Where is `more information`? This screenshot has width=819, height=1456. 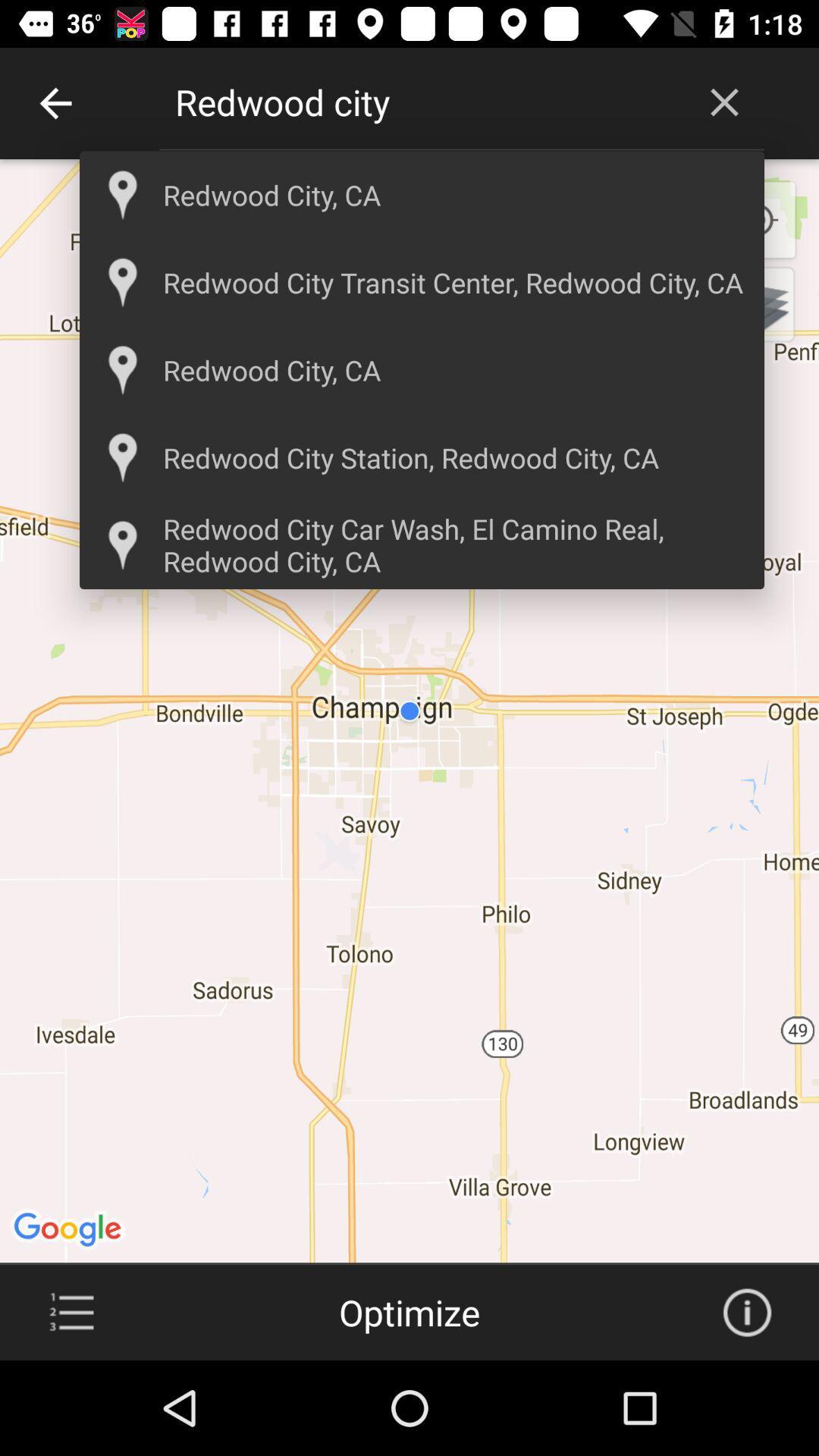 more information is located at coordinates (746, 1312).